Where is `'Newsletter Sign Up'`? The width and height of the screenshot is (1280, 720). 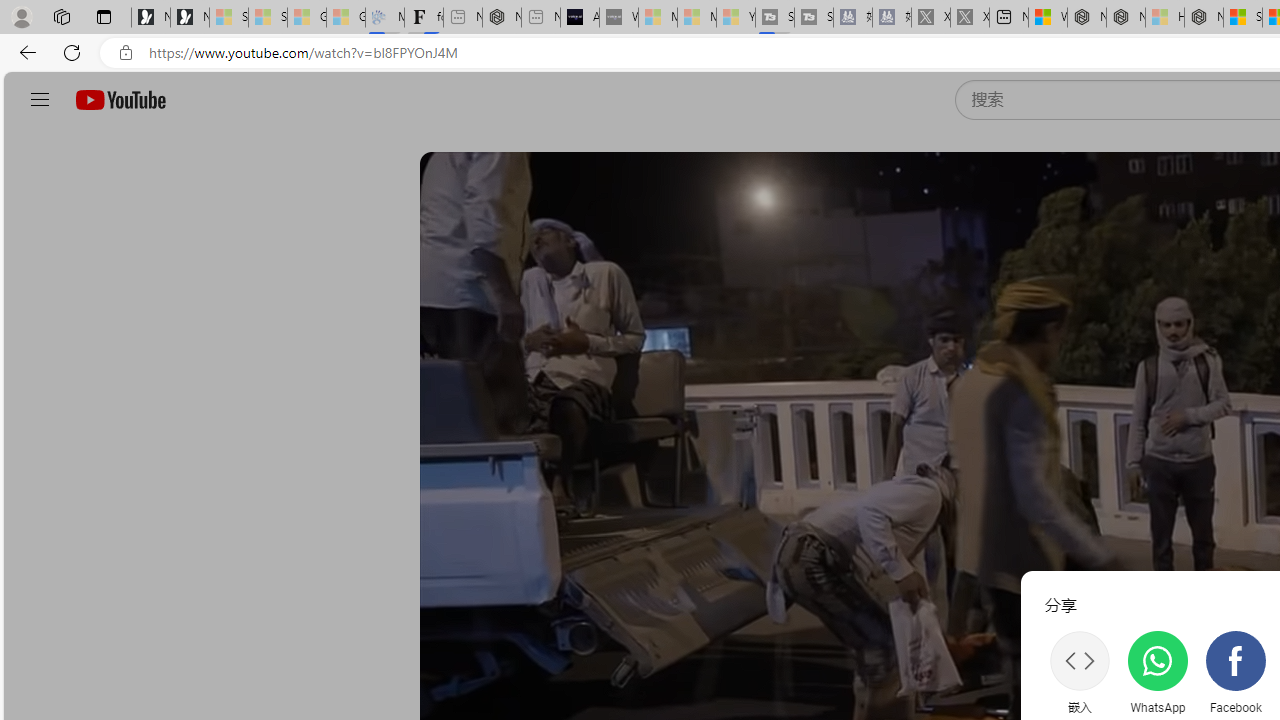
'Newsletter Sign Up' is located at coordinates (190, 17).